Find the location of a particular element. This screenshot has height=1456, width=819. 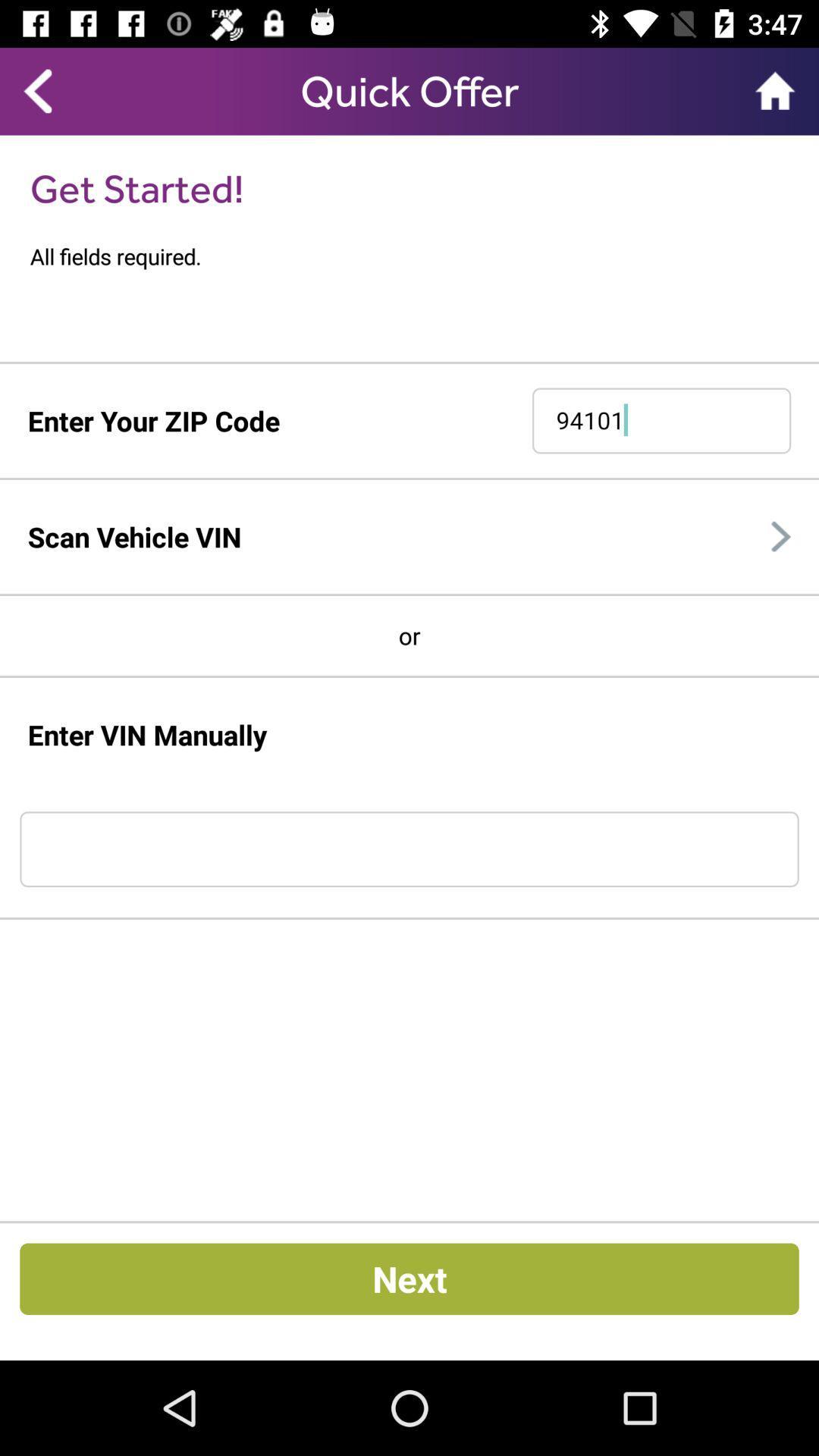

94101 item is located at coordinates (661, 421).